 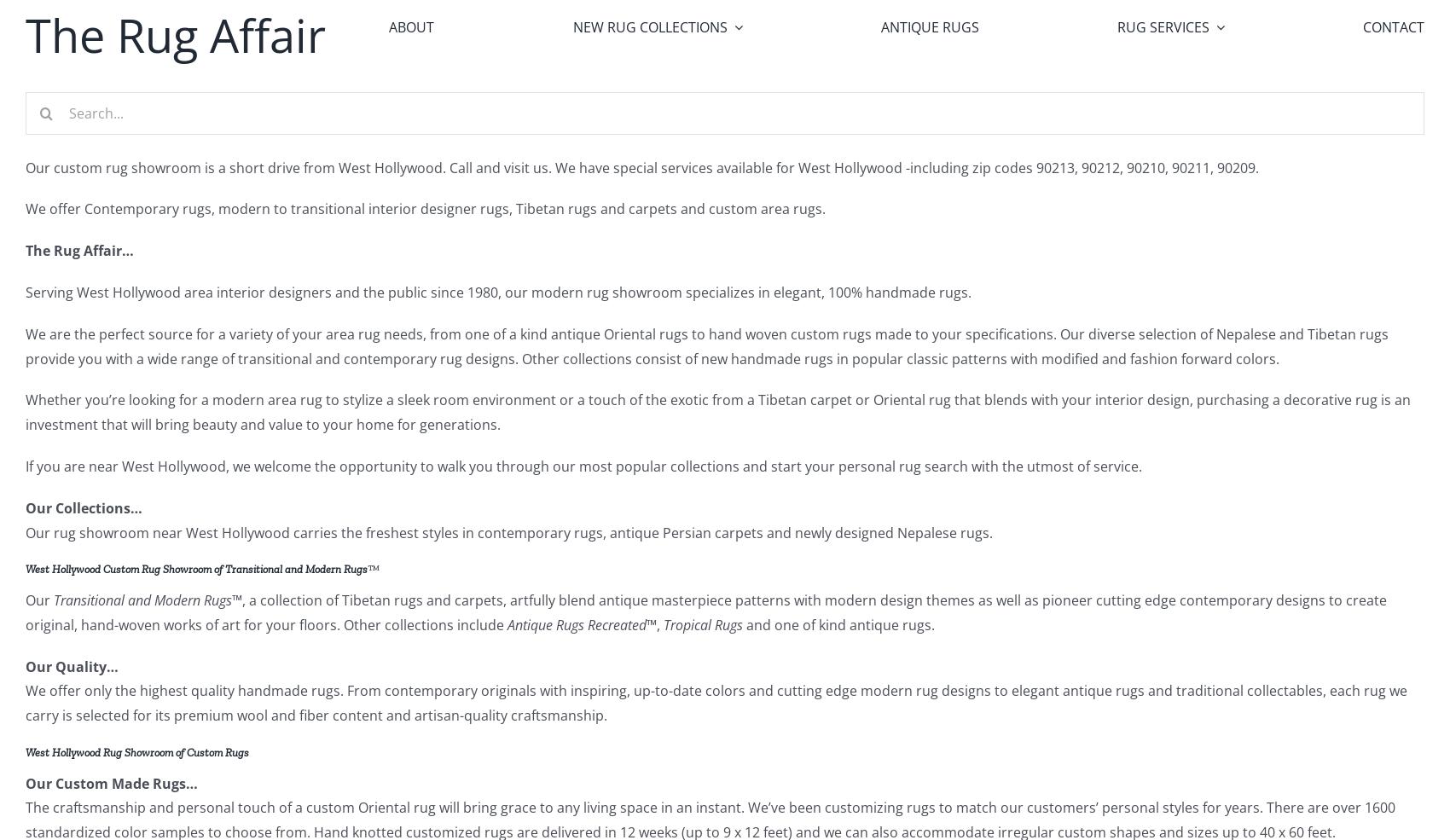 I want to click on 'West Hollywood Rug Showroom of Custom Rugs', so click(x=136, y=750).